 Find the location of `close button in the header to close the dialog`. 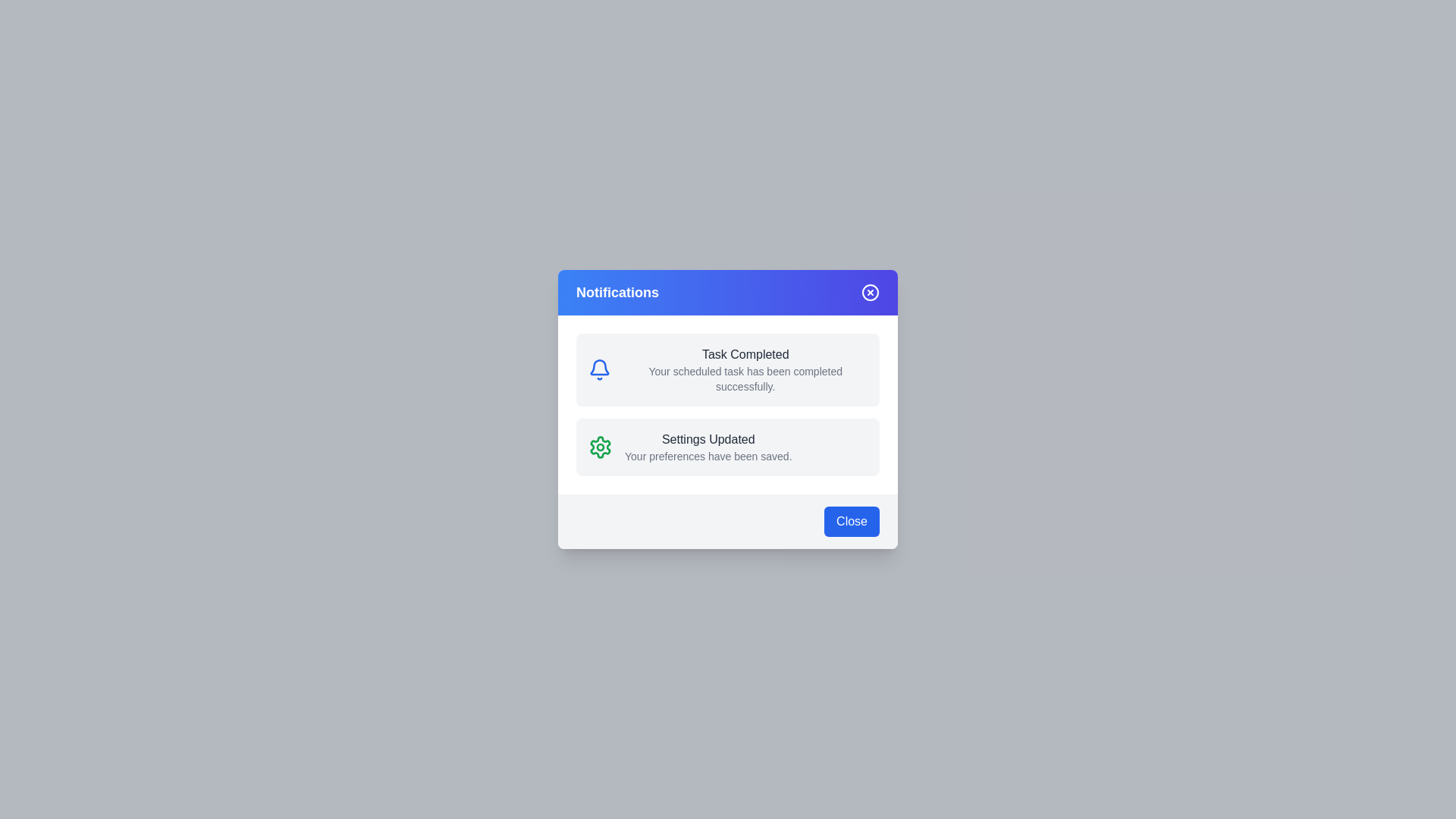

close button in the header to close the dialog is located at coordinates (870, 292).